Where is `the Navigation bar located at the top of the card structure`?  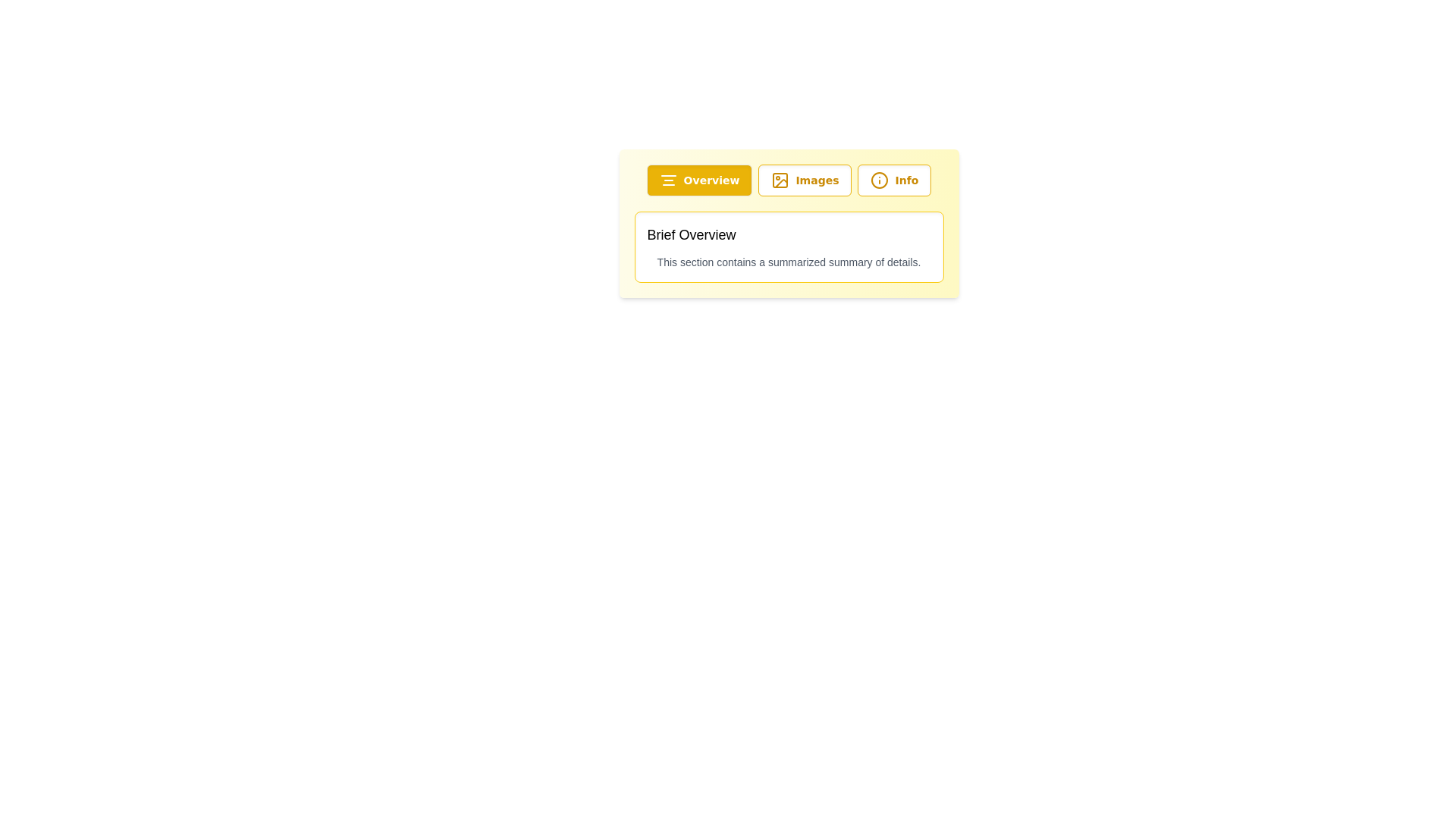 the Navigation bar located at the top of the card structure is located at coordinates (789, 180).